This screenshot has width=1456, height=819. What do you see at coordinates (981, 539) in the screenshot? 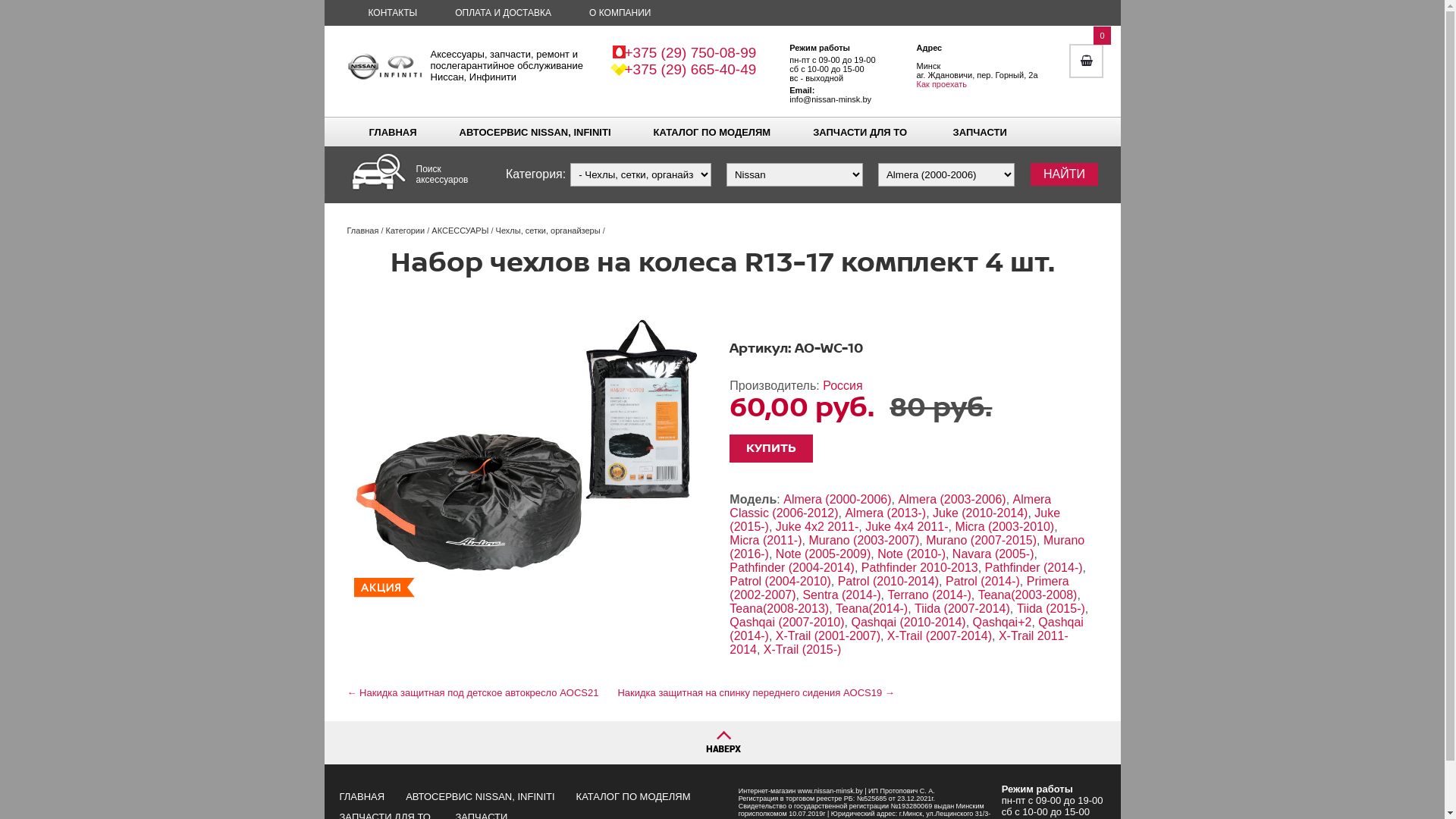
I see `'Murano (2007-2015)'` at bounding box center [981, 539].